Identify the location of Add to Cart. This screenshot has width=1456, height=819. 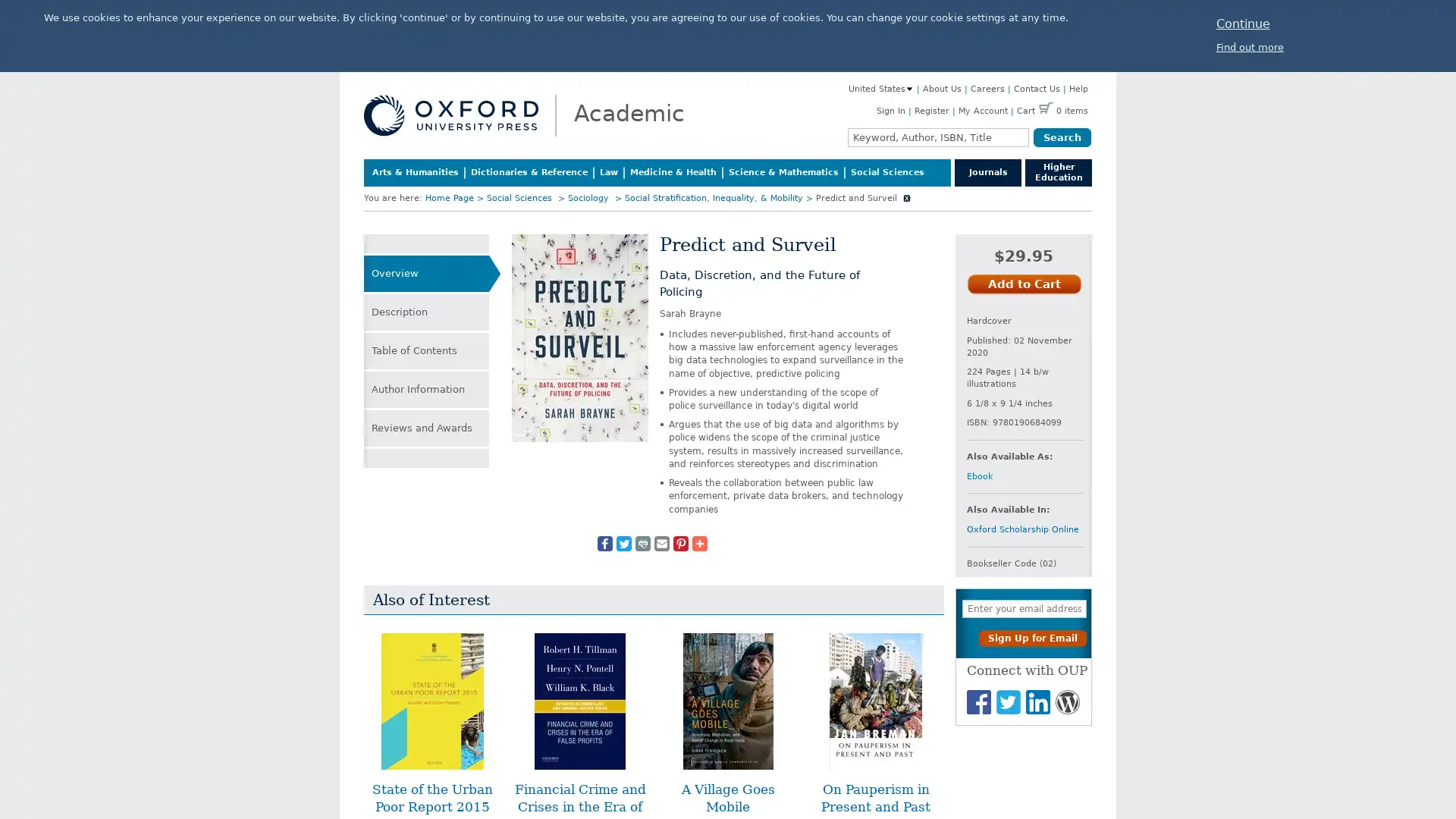
(1024, 284).